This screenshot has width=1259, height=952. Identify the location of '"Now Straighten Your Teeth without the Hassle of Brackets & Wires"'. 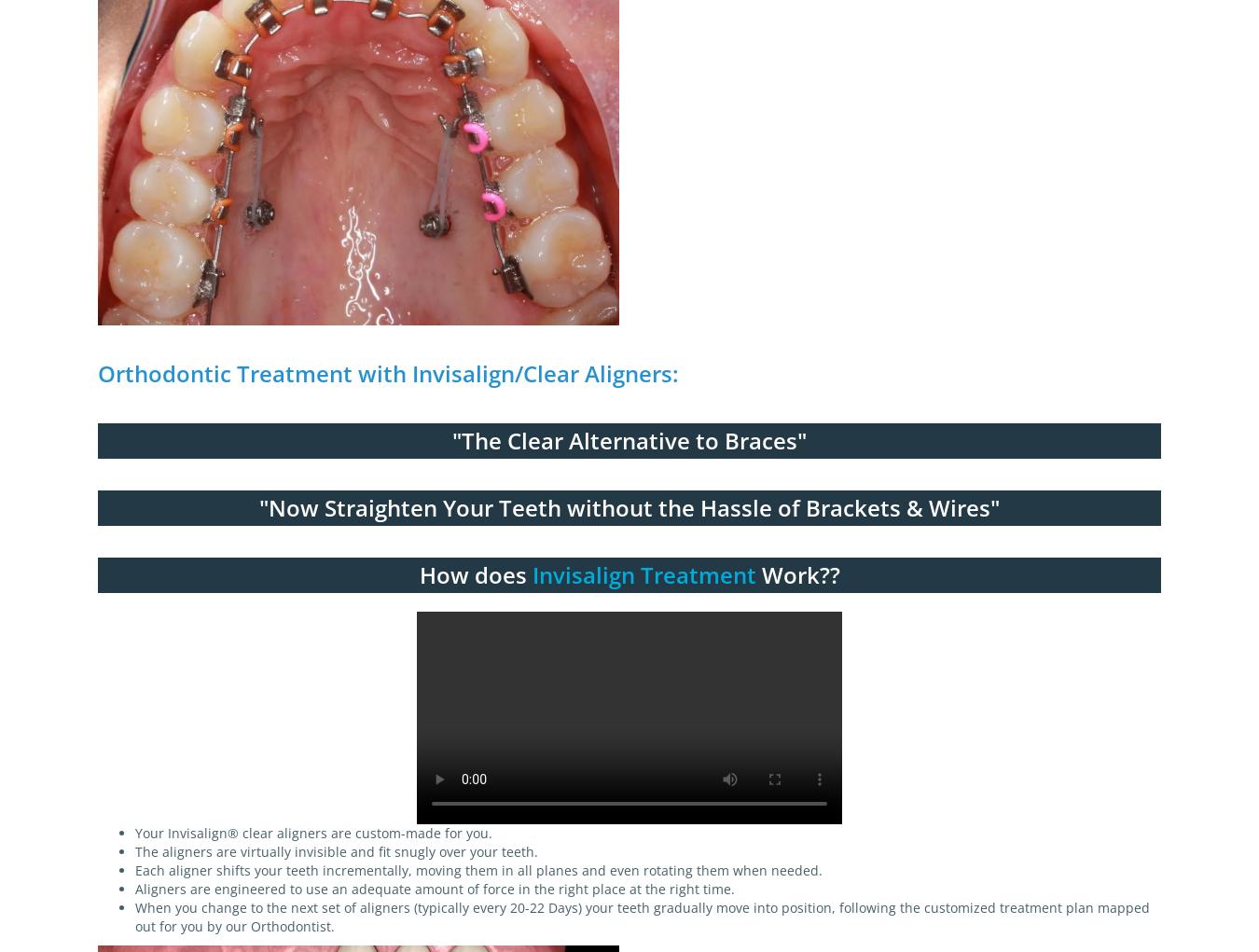
(629, 506).